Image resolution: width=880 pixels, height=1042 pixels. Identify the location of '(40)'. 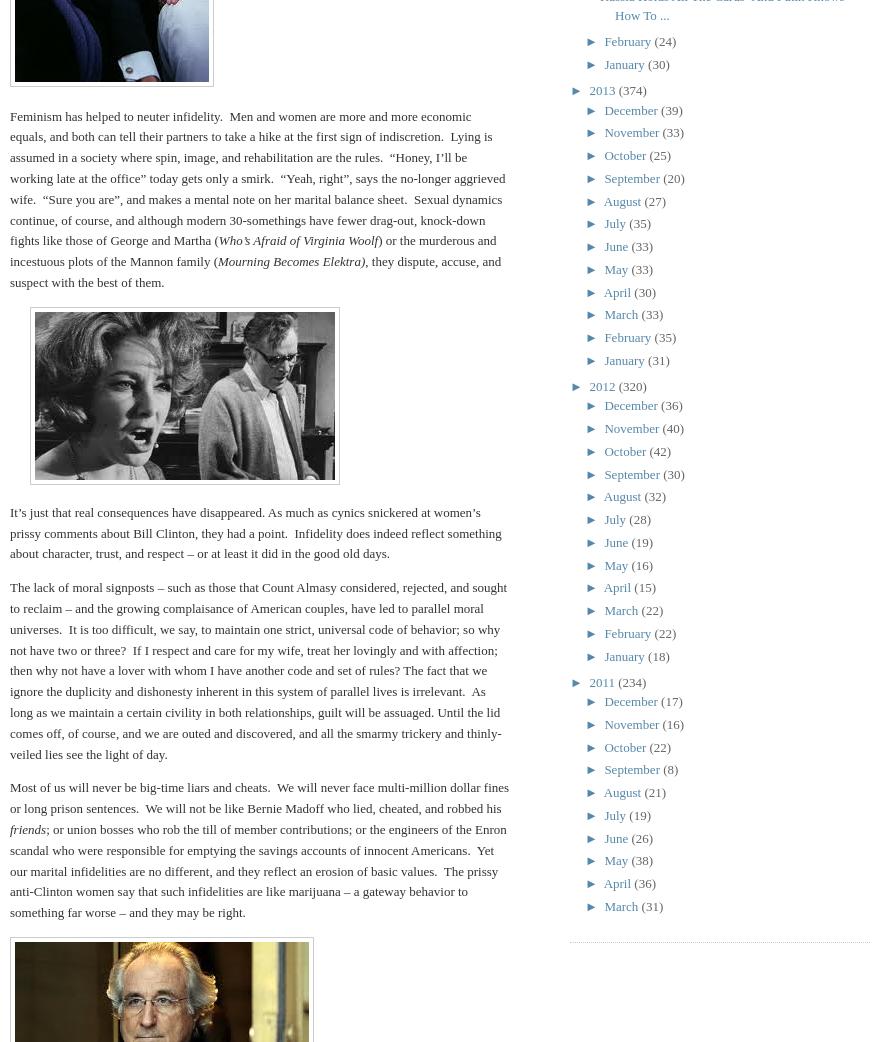
(661, 427).